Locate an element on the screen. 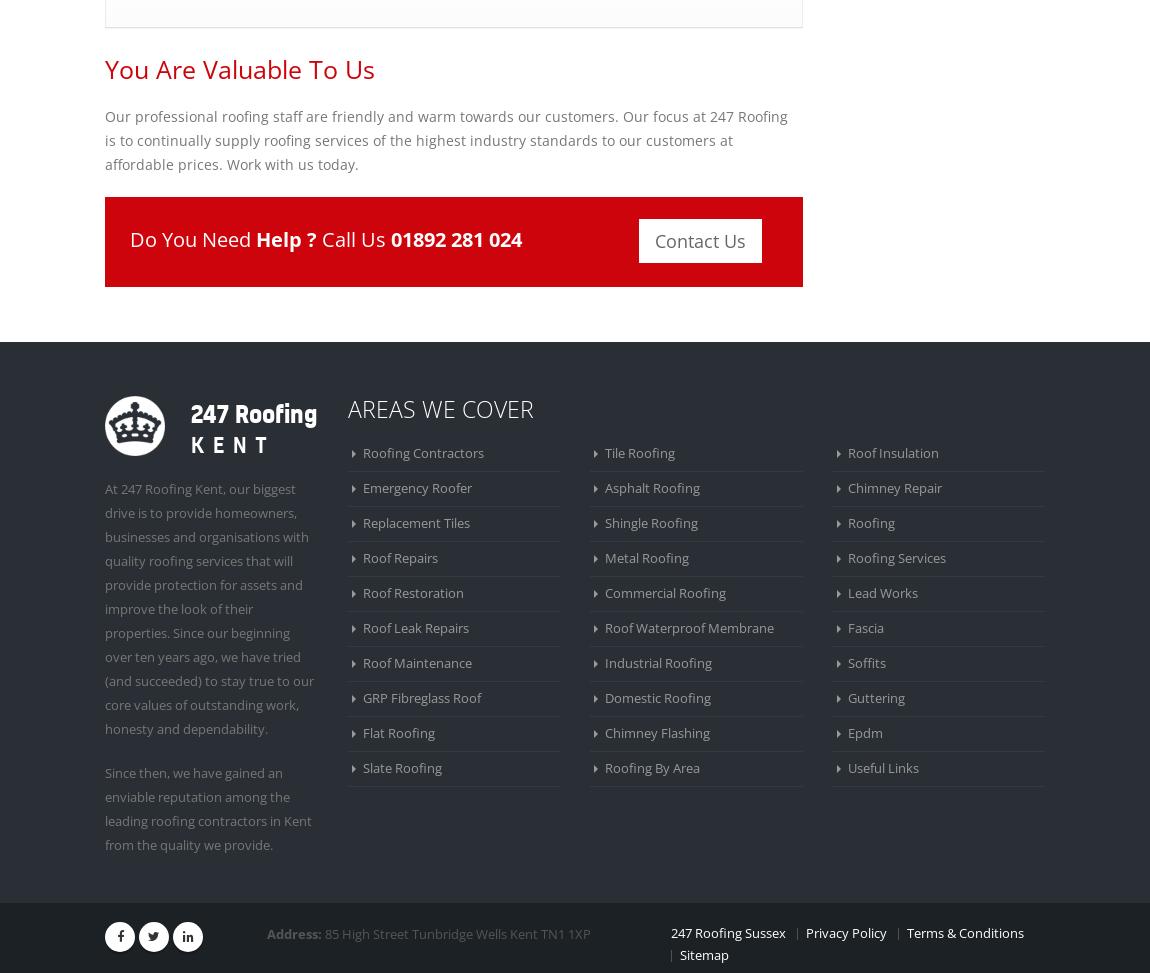  'Address:' is located at coordinates (293, 933).